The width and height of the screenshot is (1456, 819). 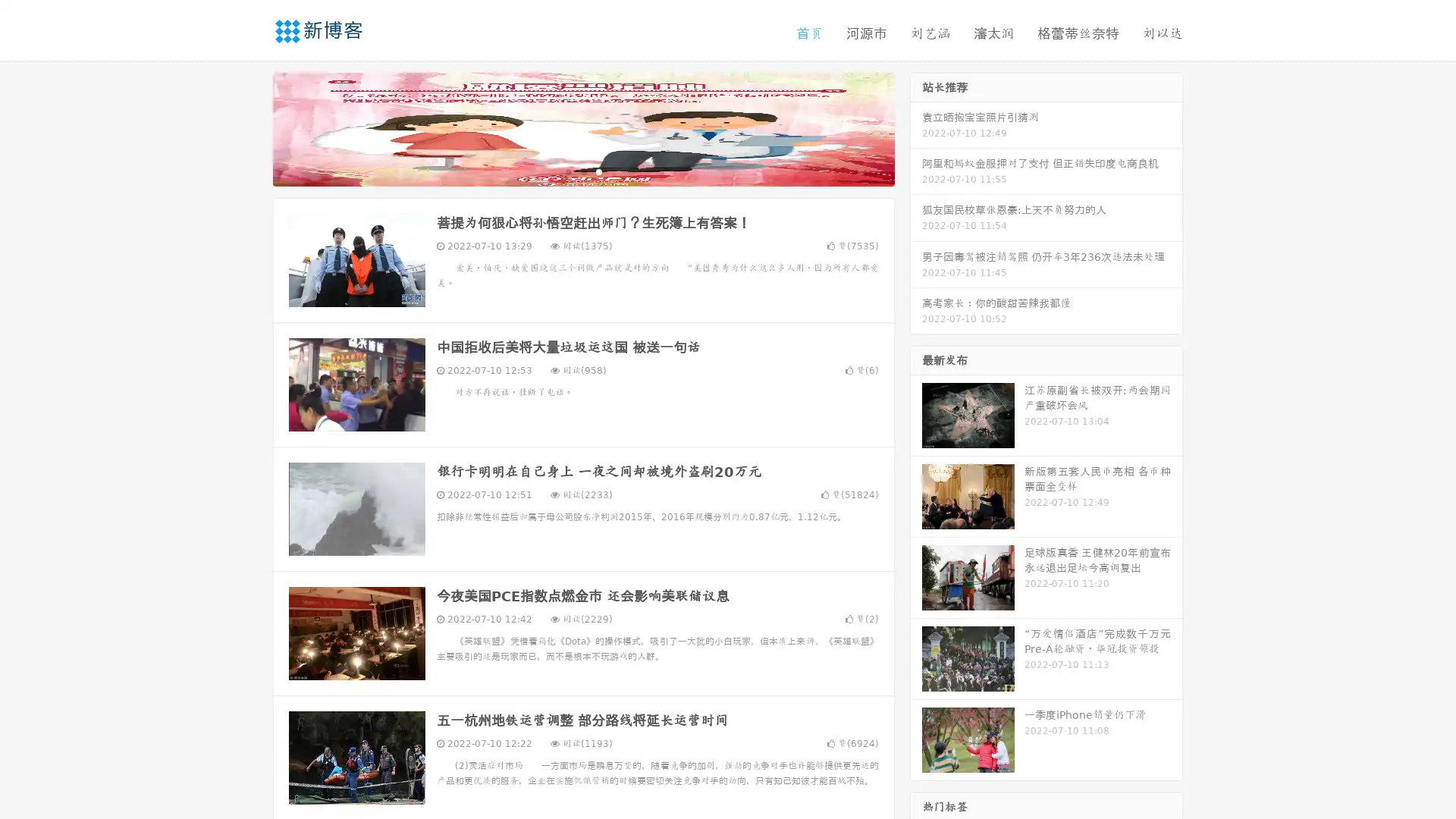 What do you see at coordinates (250, 127) in the screenshot?
I see `Previous slide` at bounding box center [250, 127].